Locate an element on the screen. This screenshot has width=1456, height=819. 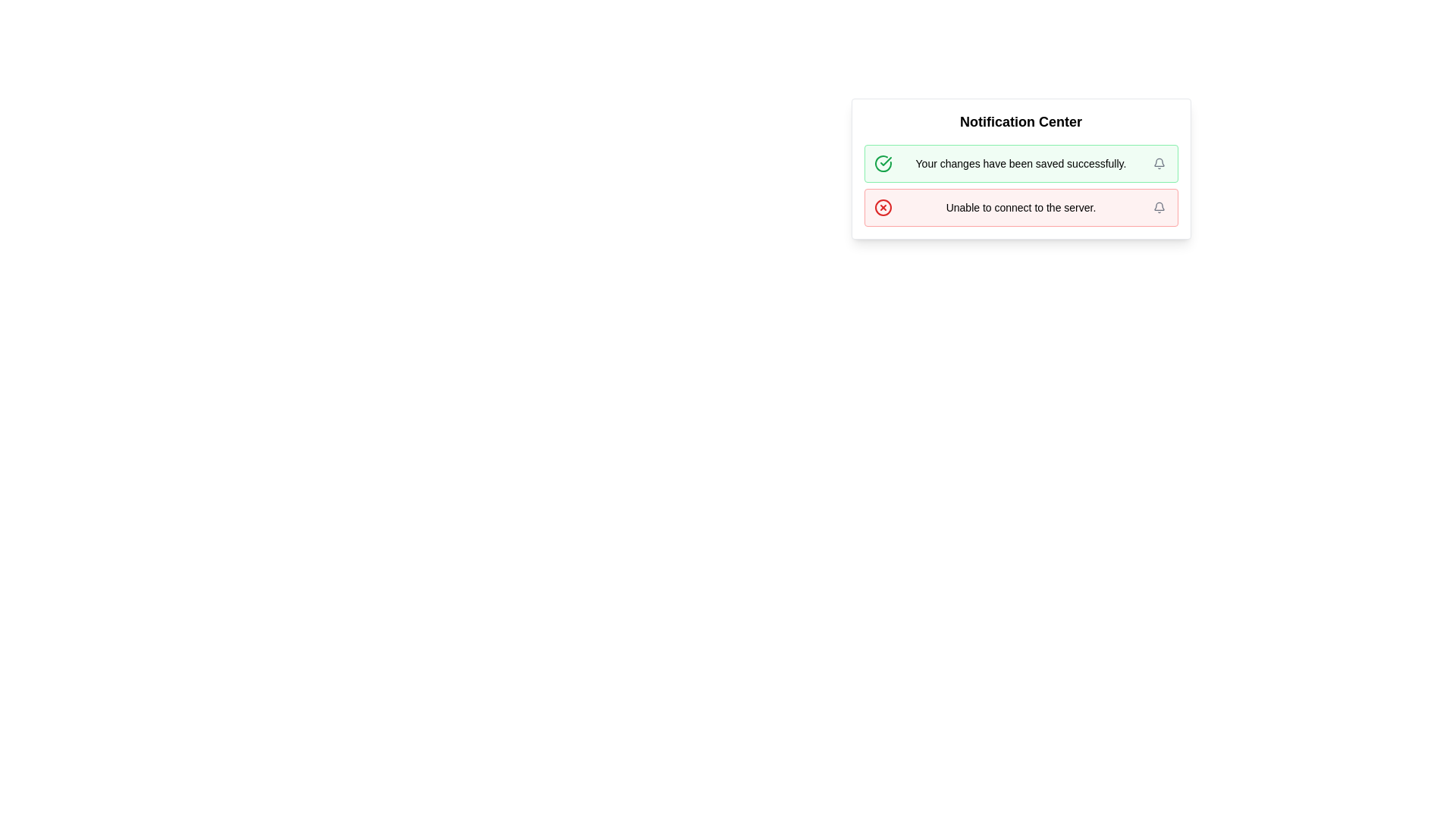
the textual notification message displaying 'Your changes have been saved successfully.' in the Notification Center widget, which is centrally located within a green background box is located at coordinates (1021, 164).